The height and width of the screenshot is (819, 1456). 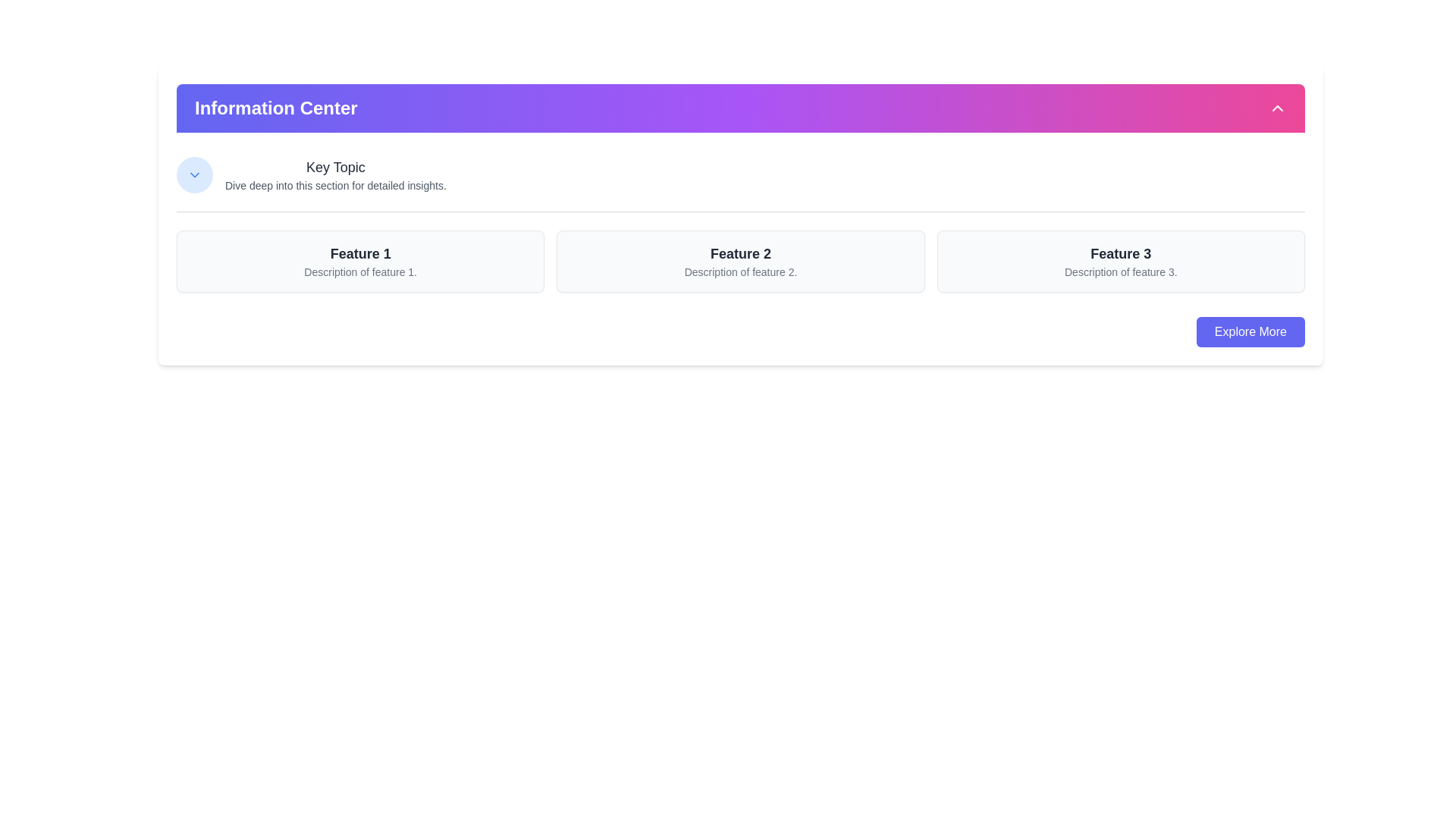 I want to click on the chevron-up icon located in the top-right corner of the gradient header bar labeled 'Information Center', so click(x=1276, y=107).